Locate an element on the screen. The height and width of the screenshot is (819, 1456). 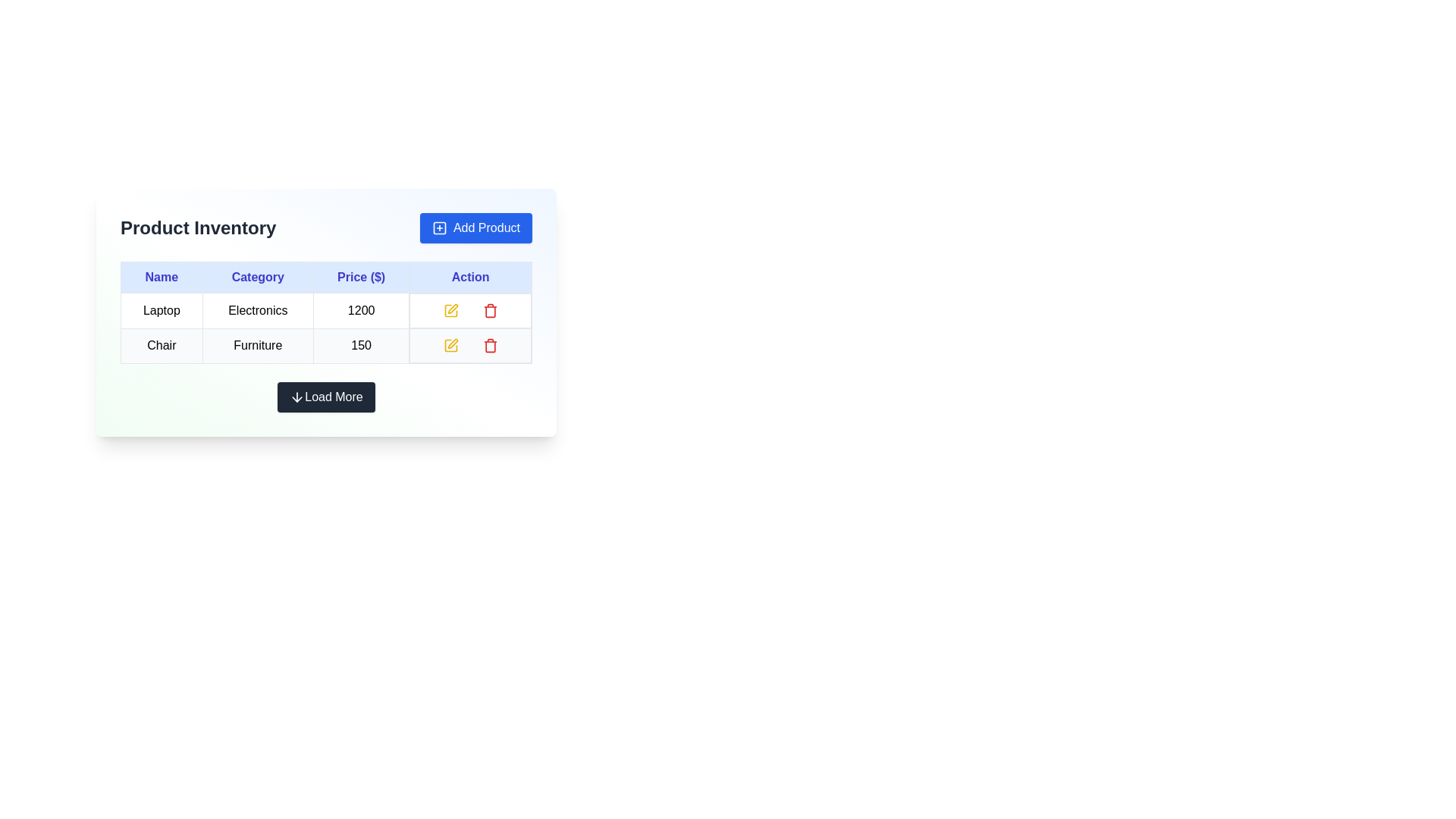
numerical value '150' displayed in the table cell located in the second row and third column under the 'Price ($)' header, adjacent to 'Furniture' category labeled 'Chair' is located at coordinates (360, 346).